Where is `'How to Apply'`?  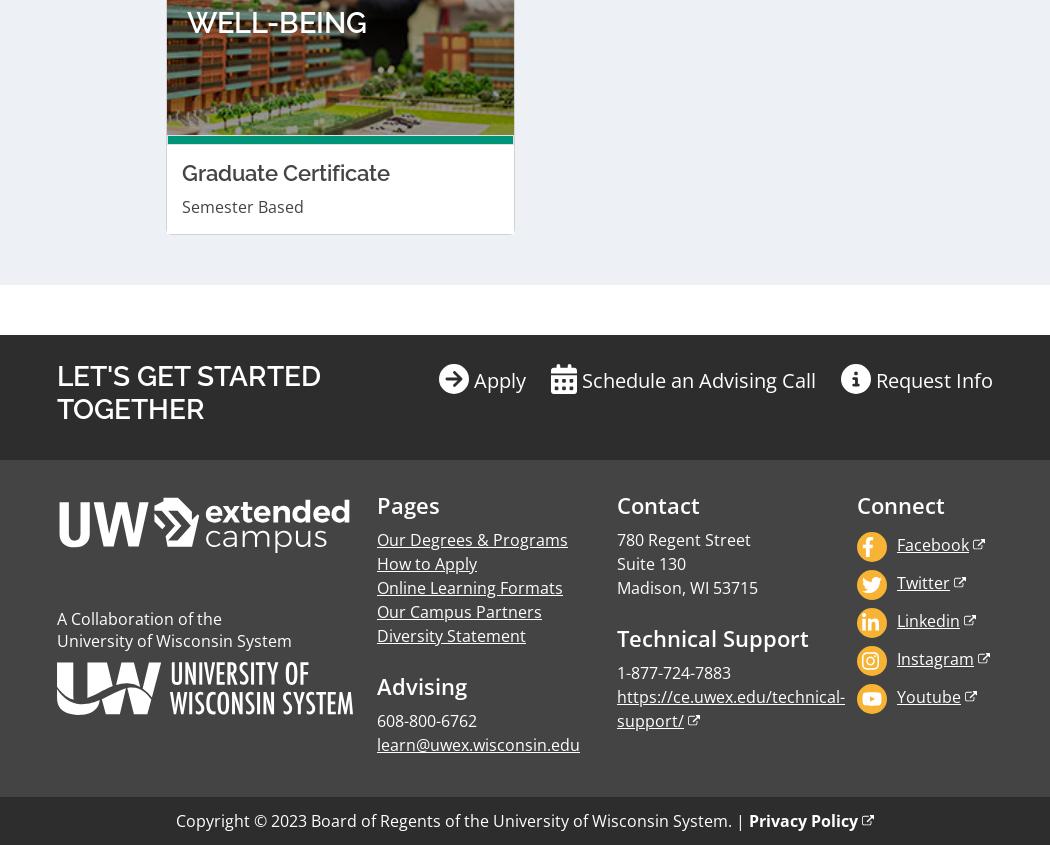
'How to Apply' is located at coordinates (424, 60).